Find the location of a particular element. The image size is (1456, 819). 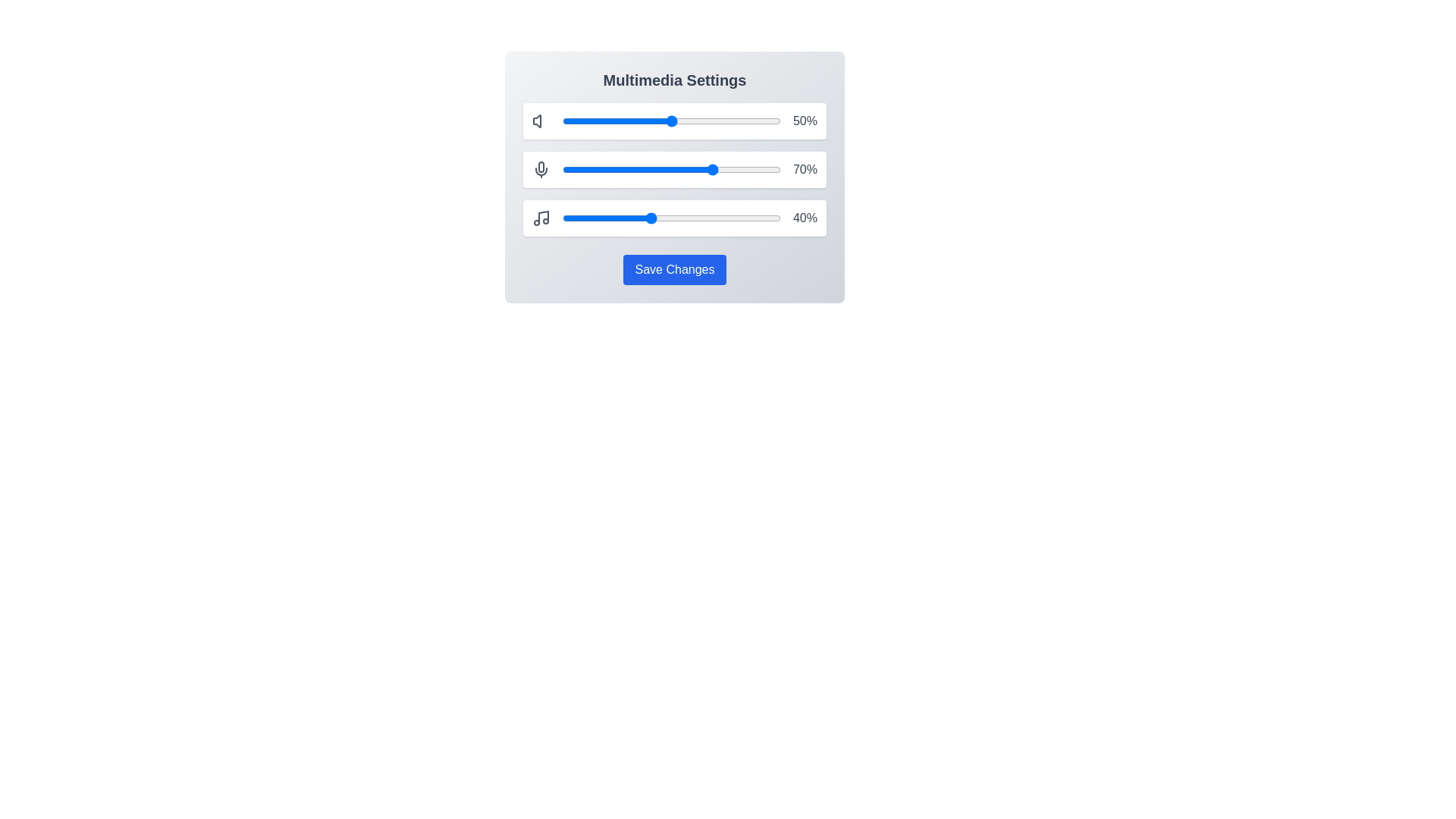

the music slider to 57% is located at coordinates (686, 218).